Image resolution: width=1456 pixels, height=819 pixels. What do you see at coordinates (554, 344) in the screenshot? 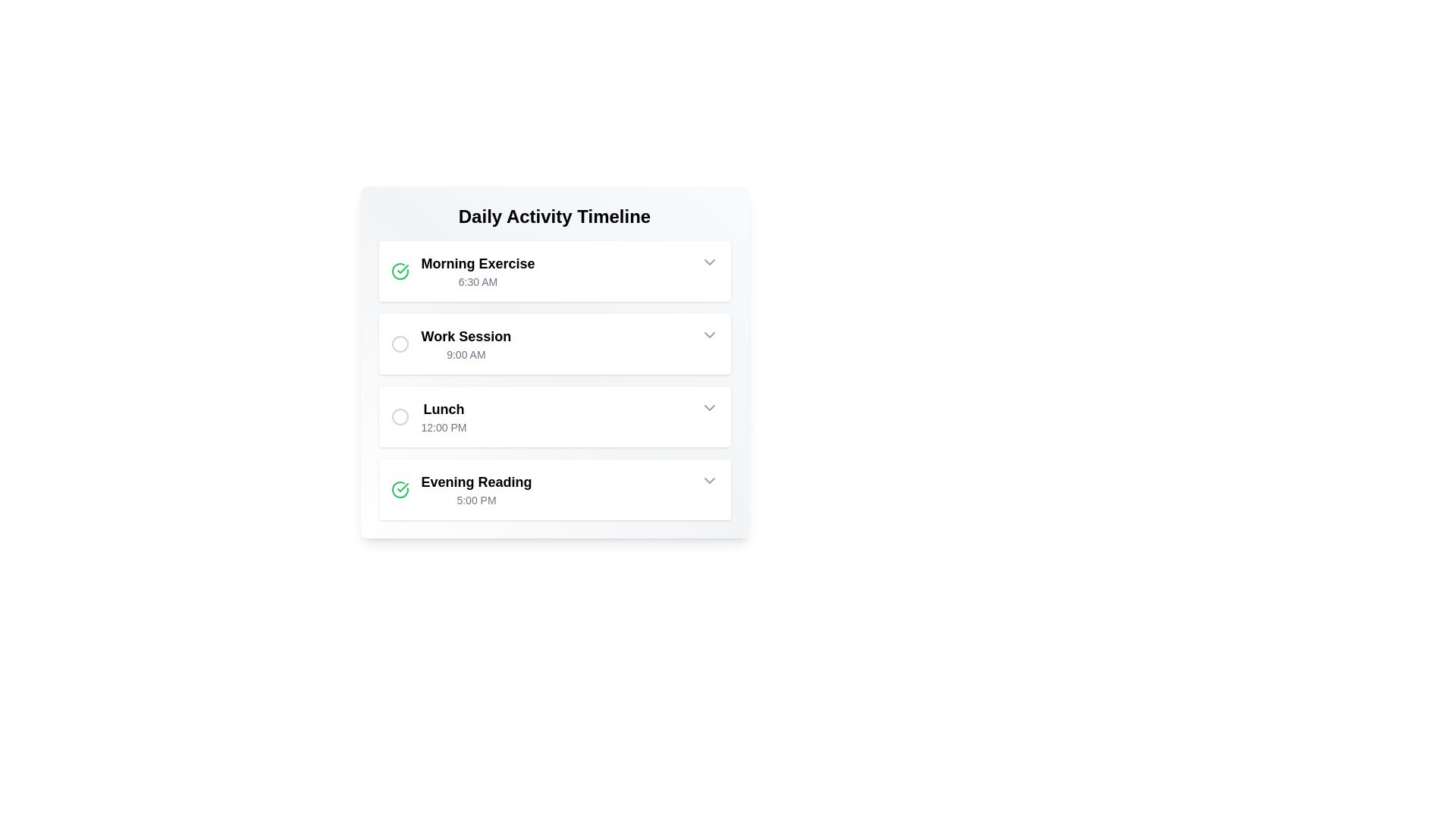
I see `the 'Work Session' card in the 'Daily Activity Timeline' list` at bounding box center [554, 344].